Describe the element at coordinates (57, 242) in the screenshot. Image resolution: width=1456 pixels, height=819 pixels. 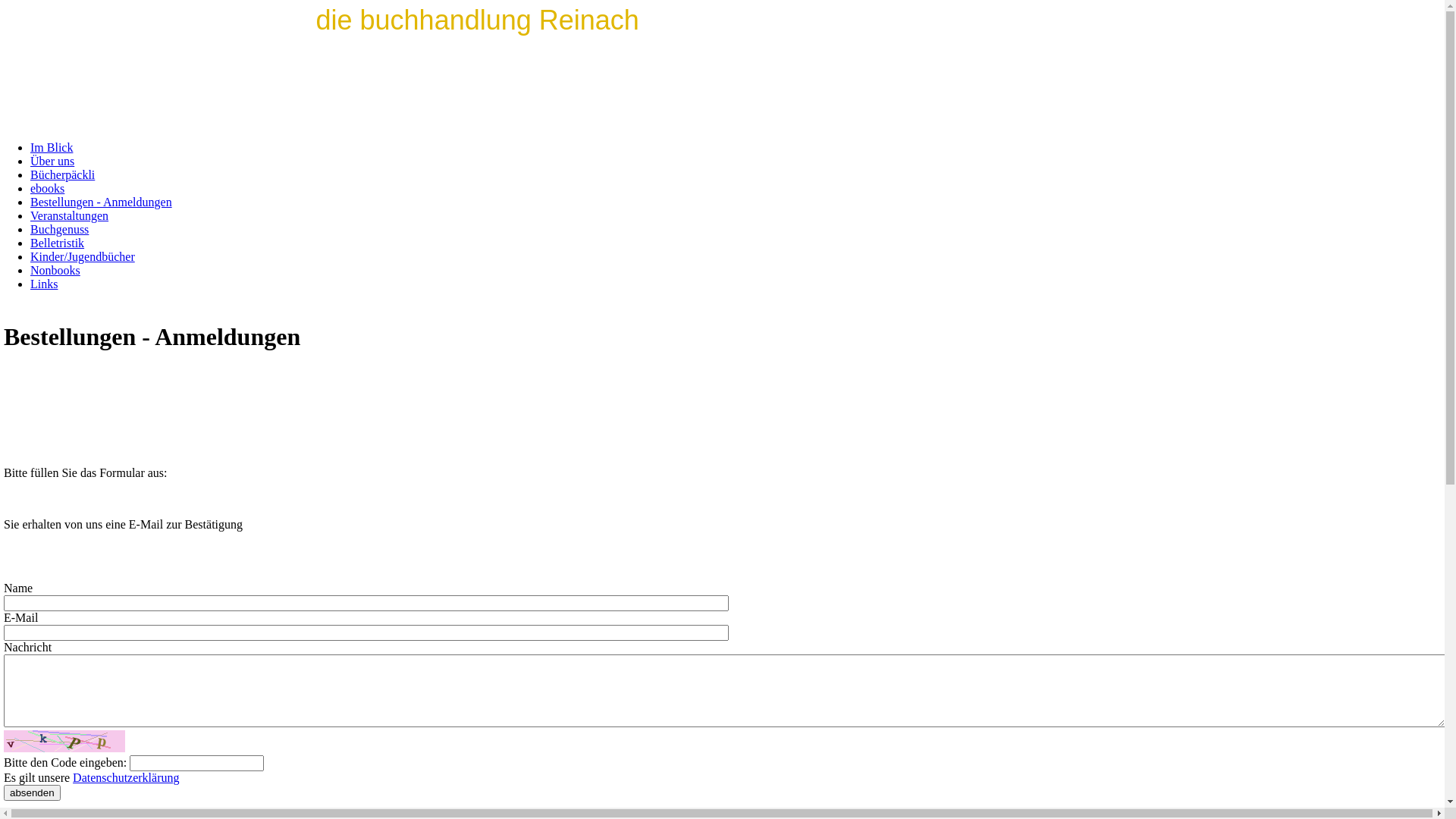
I see `'Belletristik'` at that location.